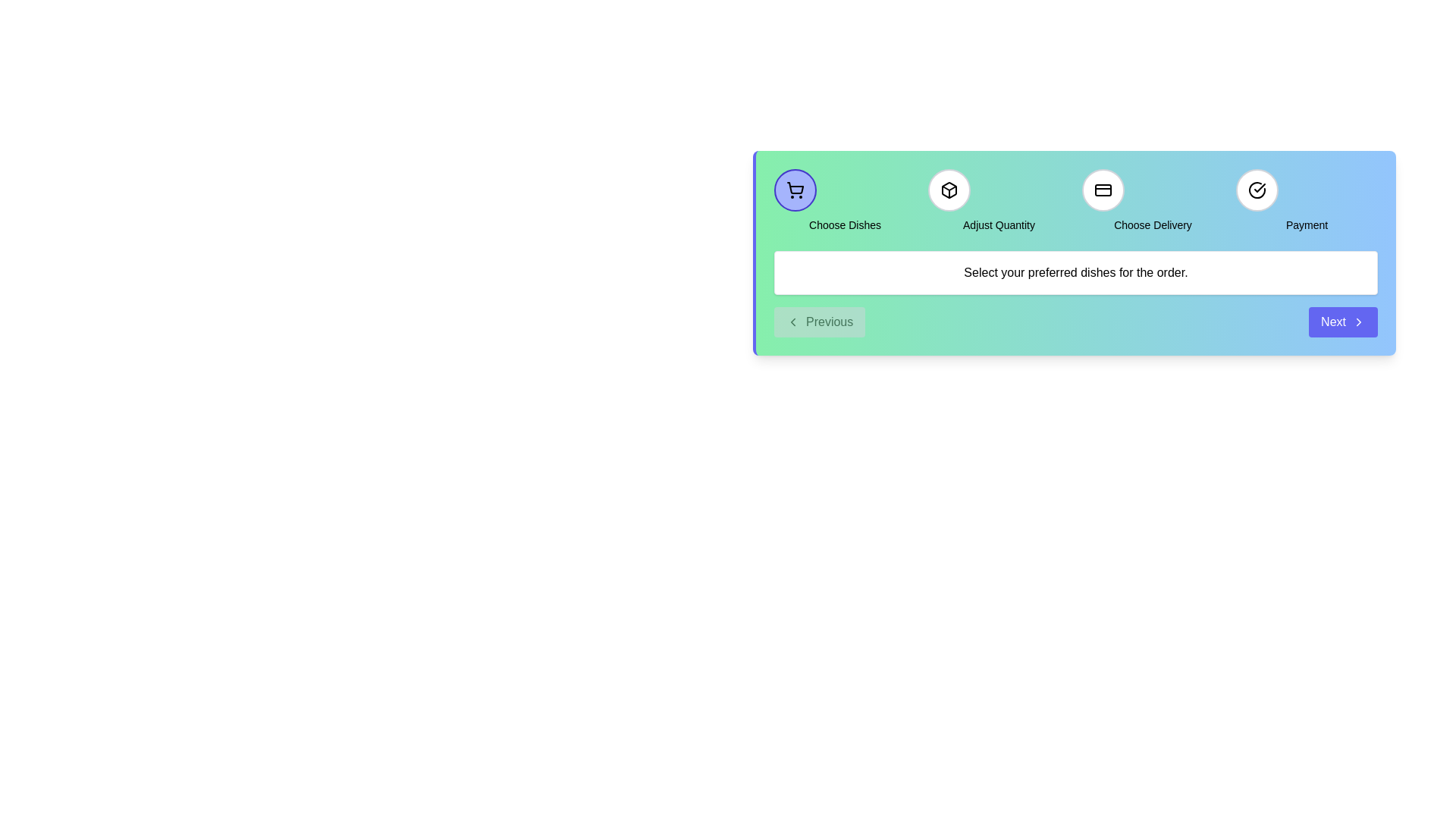 The width and height of the screenshot is (1456, 819). What do you see at coordinates (1153, 200) in the screenshot?
I see `the third circular glyph labeled as 'Choose Delivery' in the step indicator row` at bounding box center [1153, 200].